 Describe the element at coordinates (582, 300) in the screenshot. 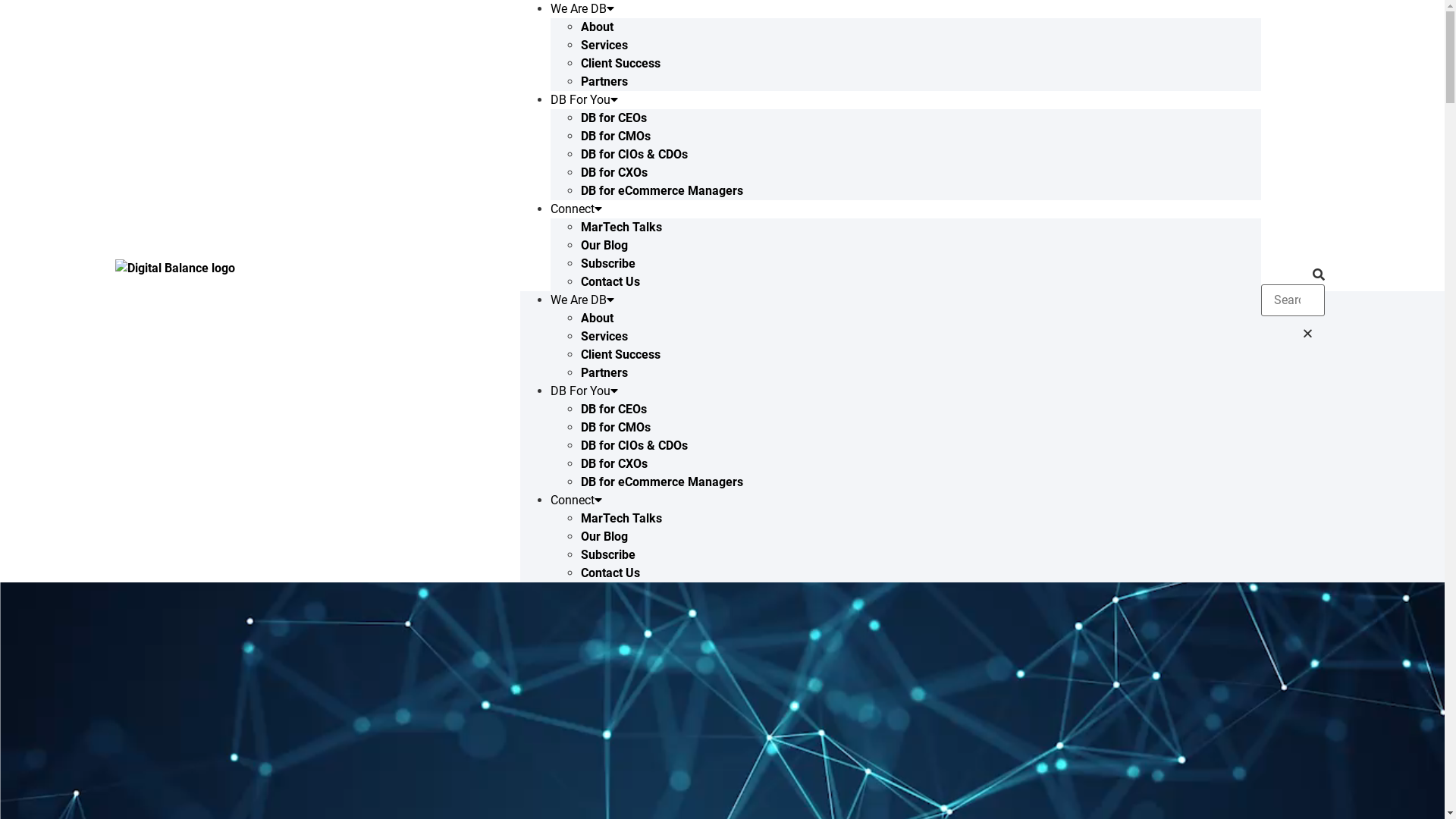

I see `'We Are DB'` at that location.